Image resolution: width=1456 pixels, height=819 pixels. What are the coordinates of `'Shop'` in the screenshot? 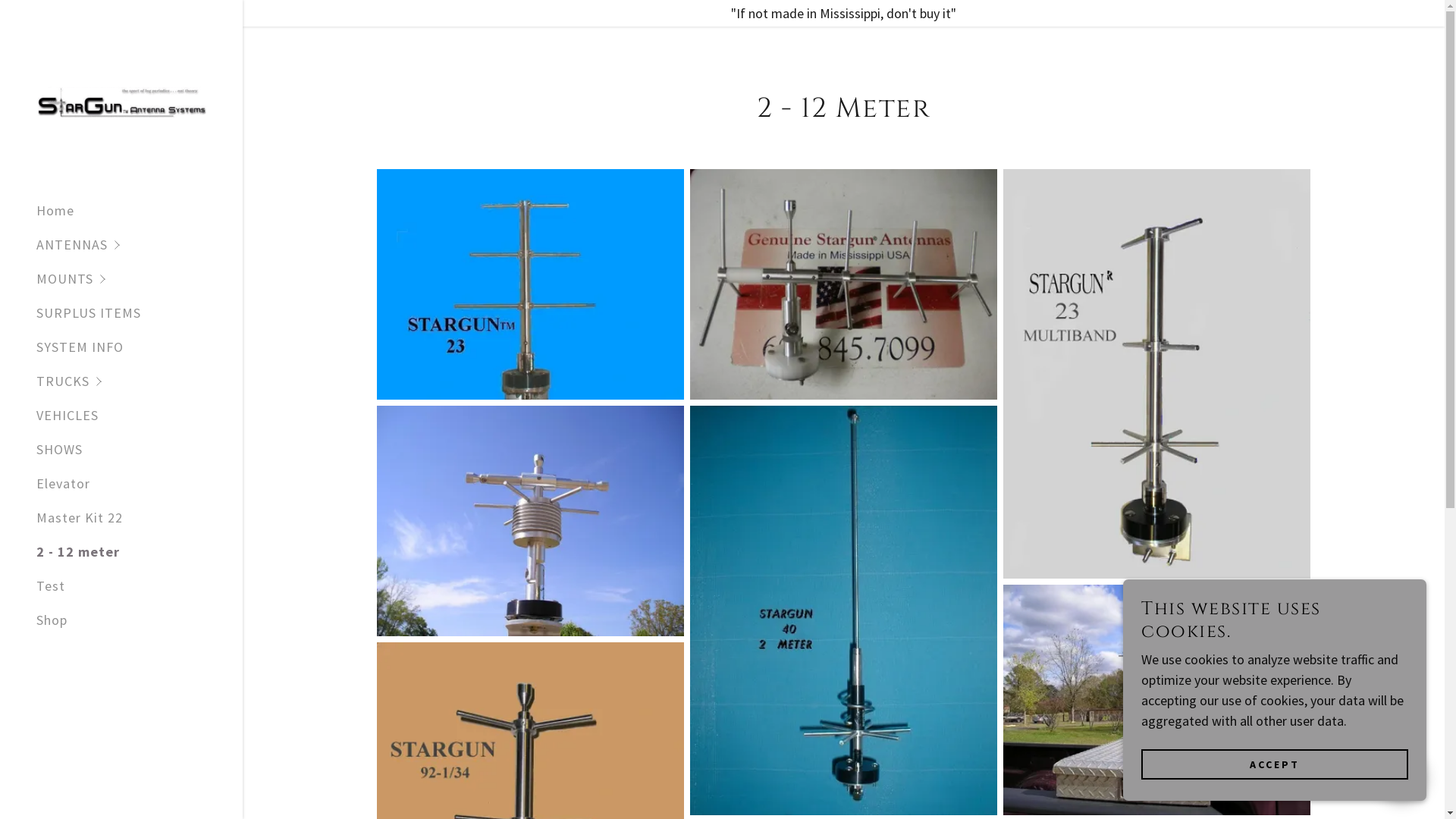 It's located at (52, 620).